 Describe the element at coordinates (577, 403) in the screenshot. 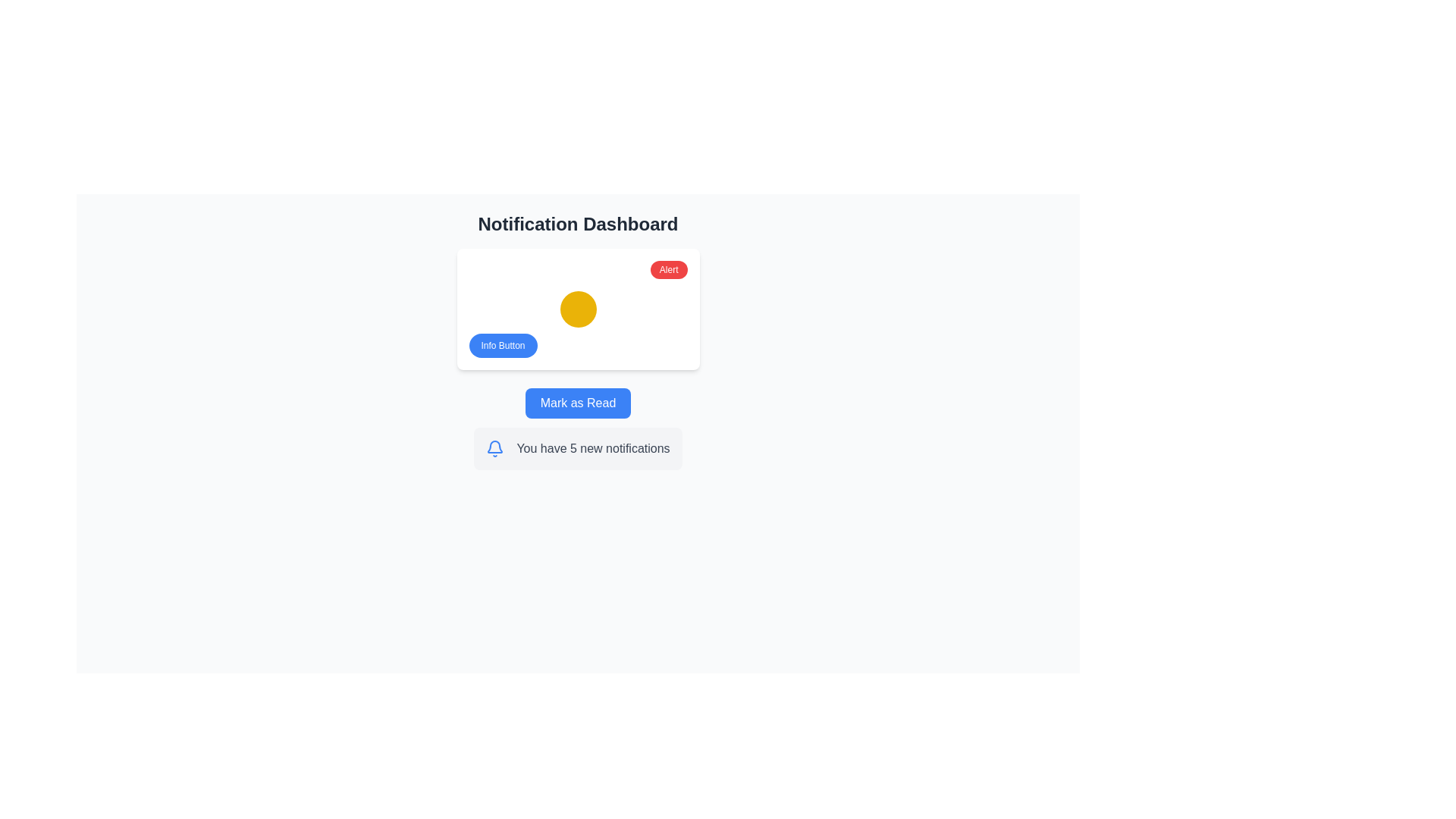

I see `the 'Mark as Read' button, which is a vivid blue rectangular button with white text` at that location.